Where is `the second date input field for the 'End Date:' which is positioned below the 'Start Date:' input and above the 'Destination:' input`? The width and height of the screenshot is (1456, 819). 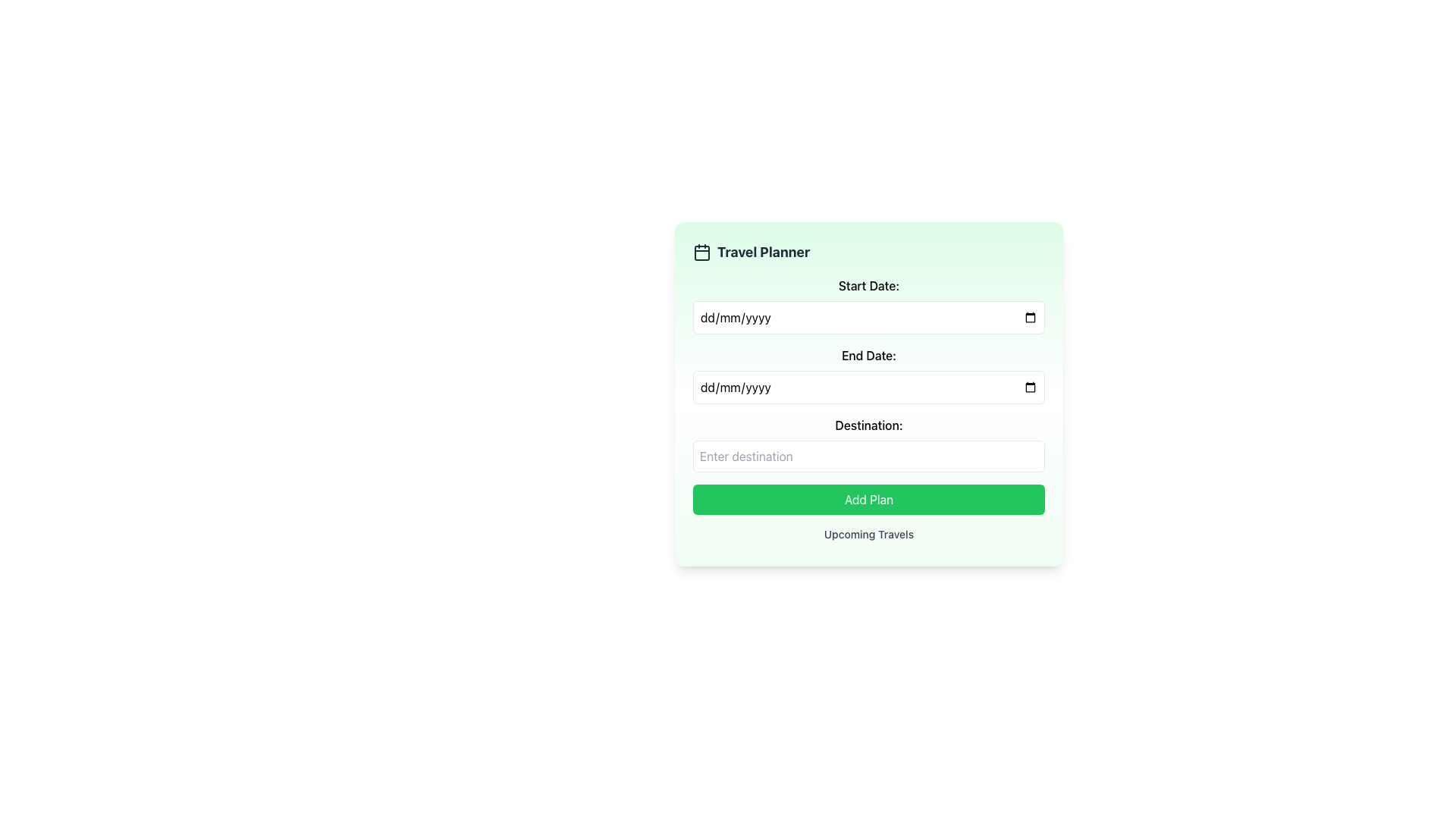 the second date input field for the 'End Date:' which is positioned below the 'Start Date:' input and above the 'Destination:' input is located at coordinates (869, 375).